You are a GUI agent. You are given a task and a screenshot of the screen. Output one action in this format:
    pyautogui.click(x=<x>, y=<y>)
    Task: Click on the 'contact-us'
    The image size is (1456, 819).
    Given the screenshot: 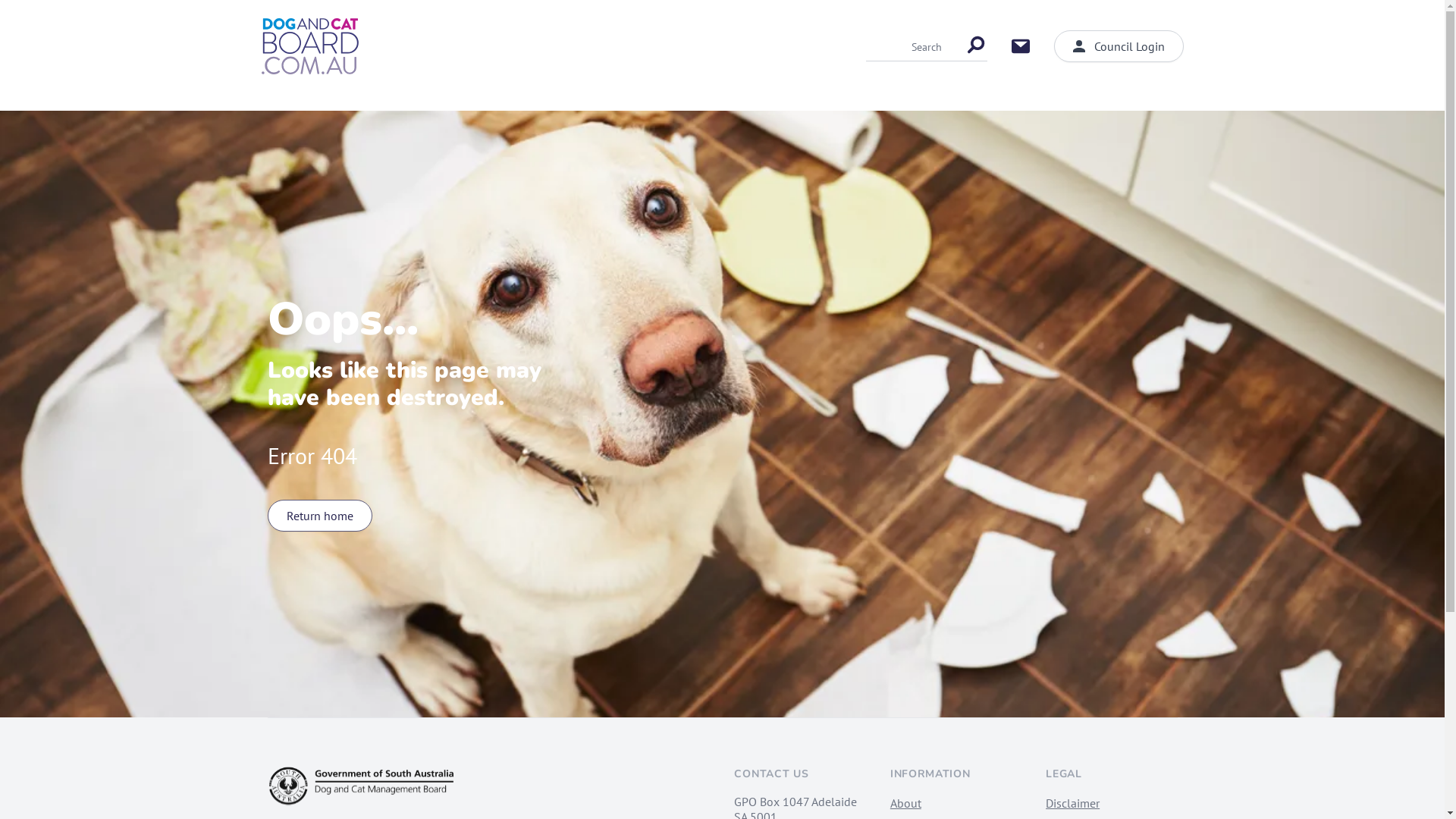 What is the action you would take?
    pyautogui.click(x=1020, y=45)
    